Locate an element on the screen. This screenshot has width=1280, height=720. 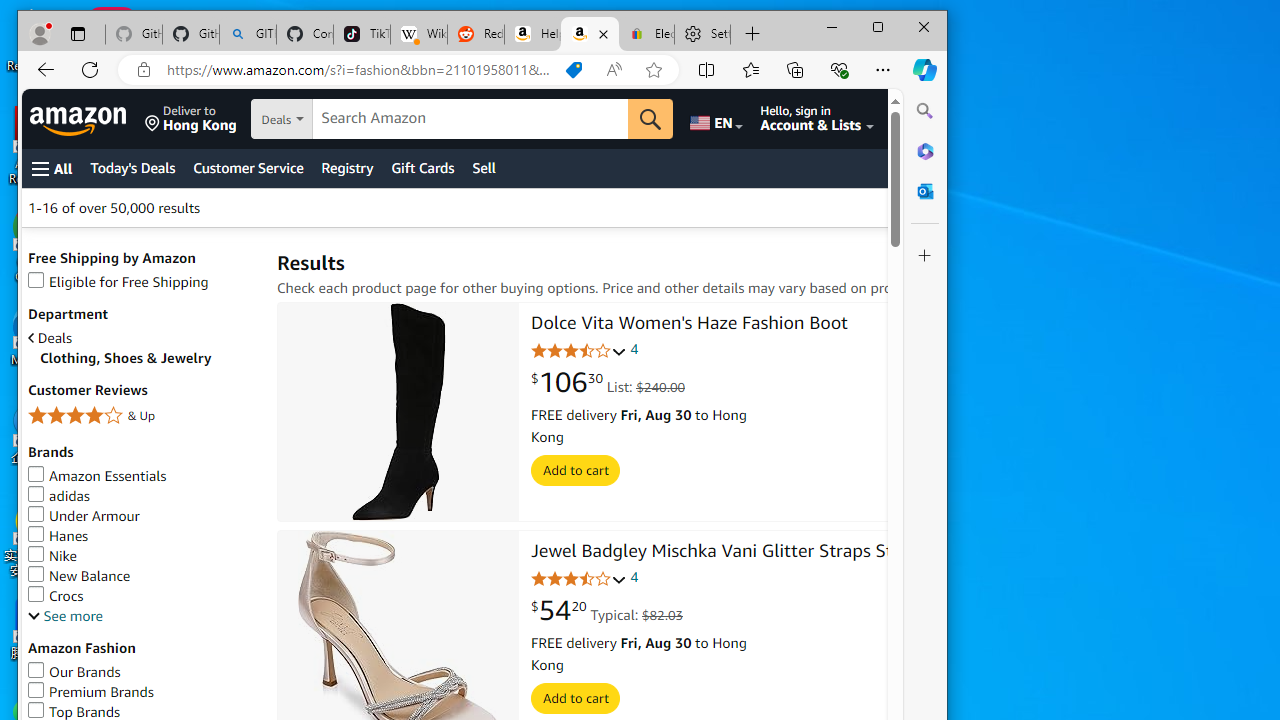
'TikTok' is located at coordinates (362, 34).